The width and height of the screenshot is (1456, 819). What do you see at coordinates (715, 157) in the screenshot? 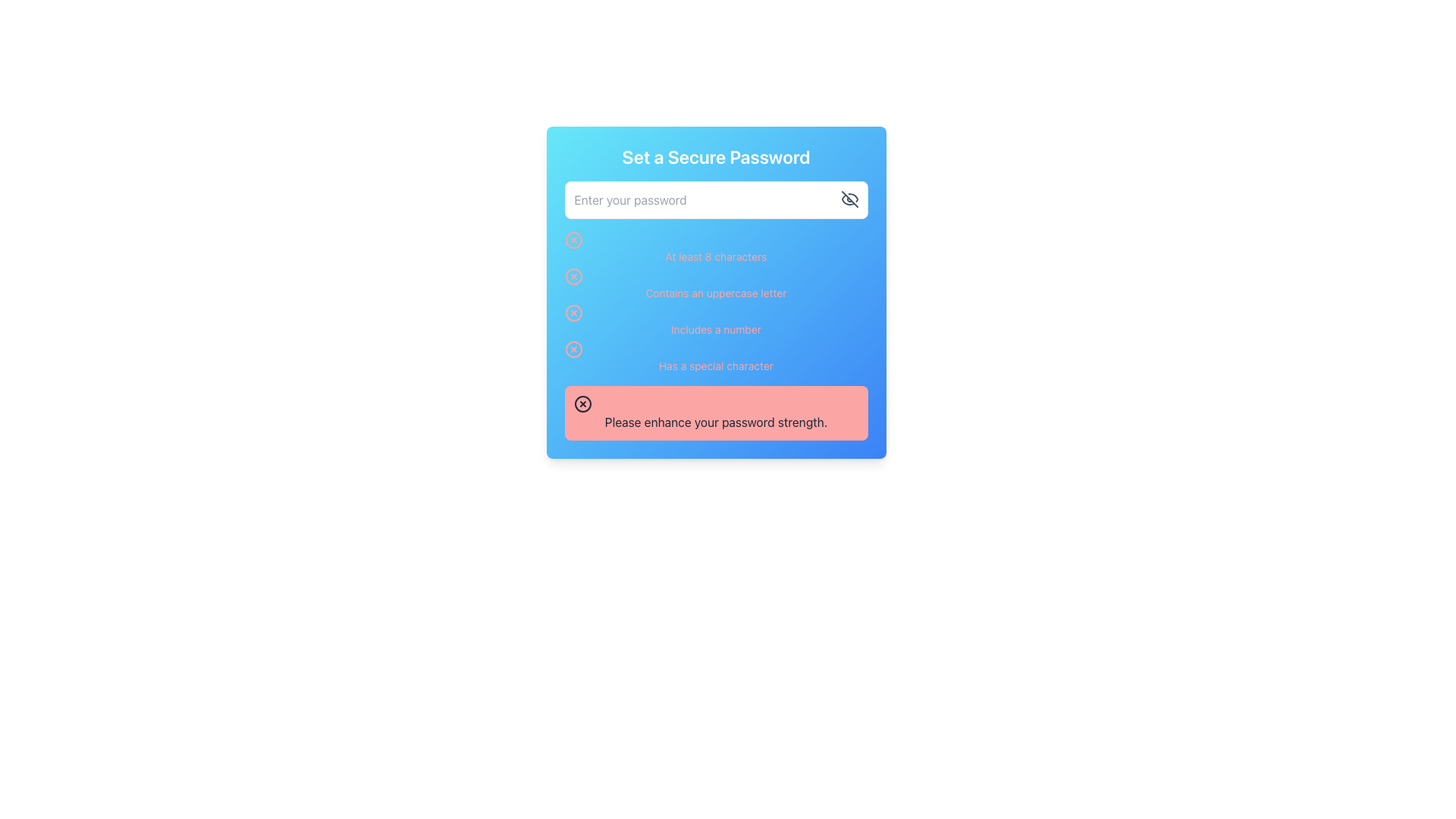
I see `the text label that serves as the header for the password-related functionality, positioned at the top section of a gradient blue panel above the password input box` at bounding box center [715, 157].